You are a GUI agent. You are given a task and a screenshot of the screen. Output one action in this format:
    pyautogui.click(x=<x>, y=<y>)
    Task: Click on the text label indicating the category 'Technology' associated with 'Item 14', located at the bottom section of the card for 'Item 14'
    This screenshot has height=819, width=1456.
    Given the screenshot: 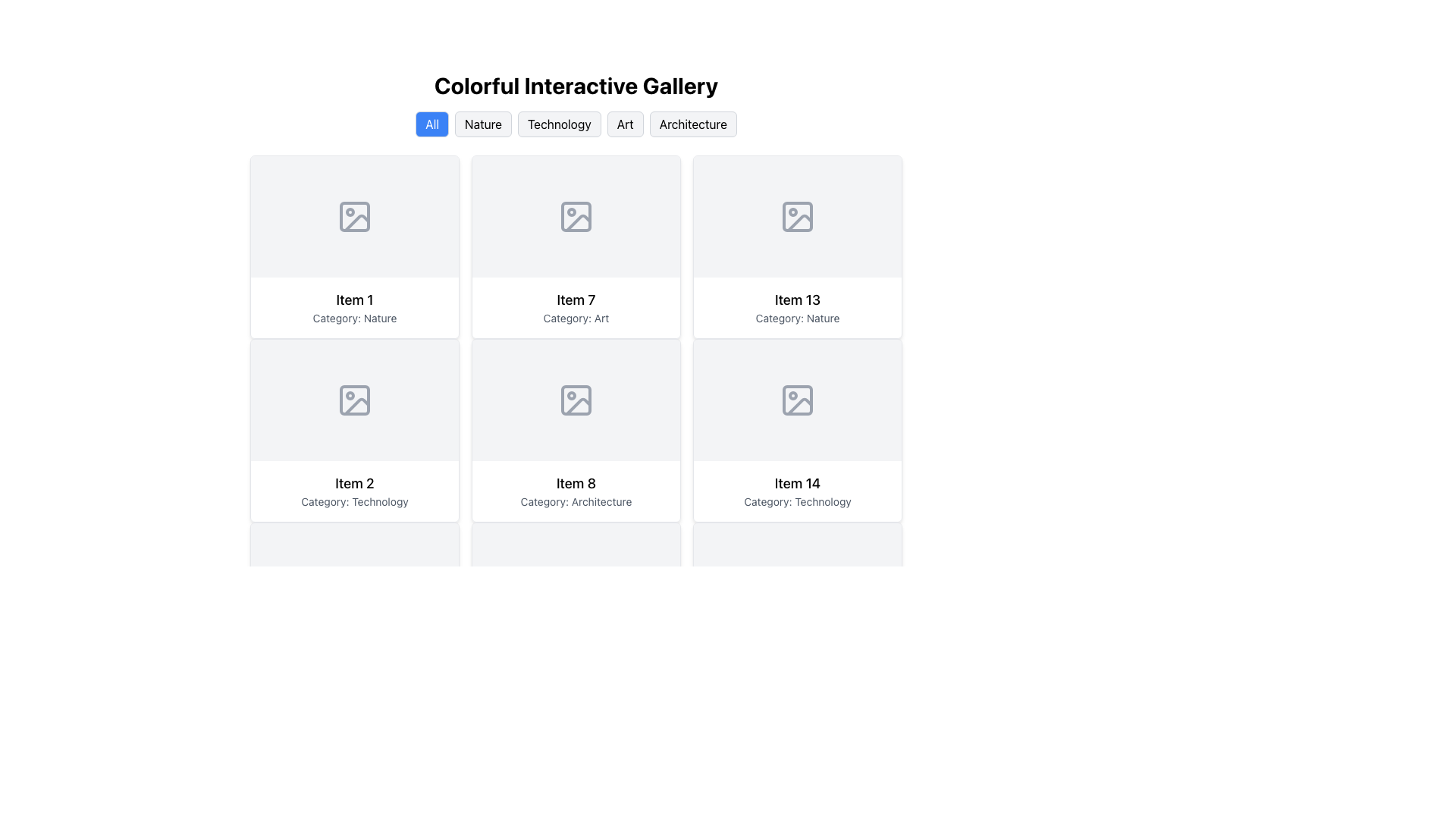 What is the action you would take?
    pyautogui.click(x=796, y=502)
    